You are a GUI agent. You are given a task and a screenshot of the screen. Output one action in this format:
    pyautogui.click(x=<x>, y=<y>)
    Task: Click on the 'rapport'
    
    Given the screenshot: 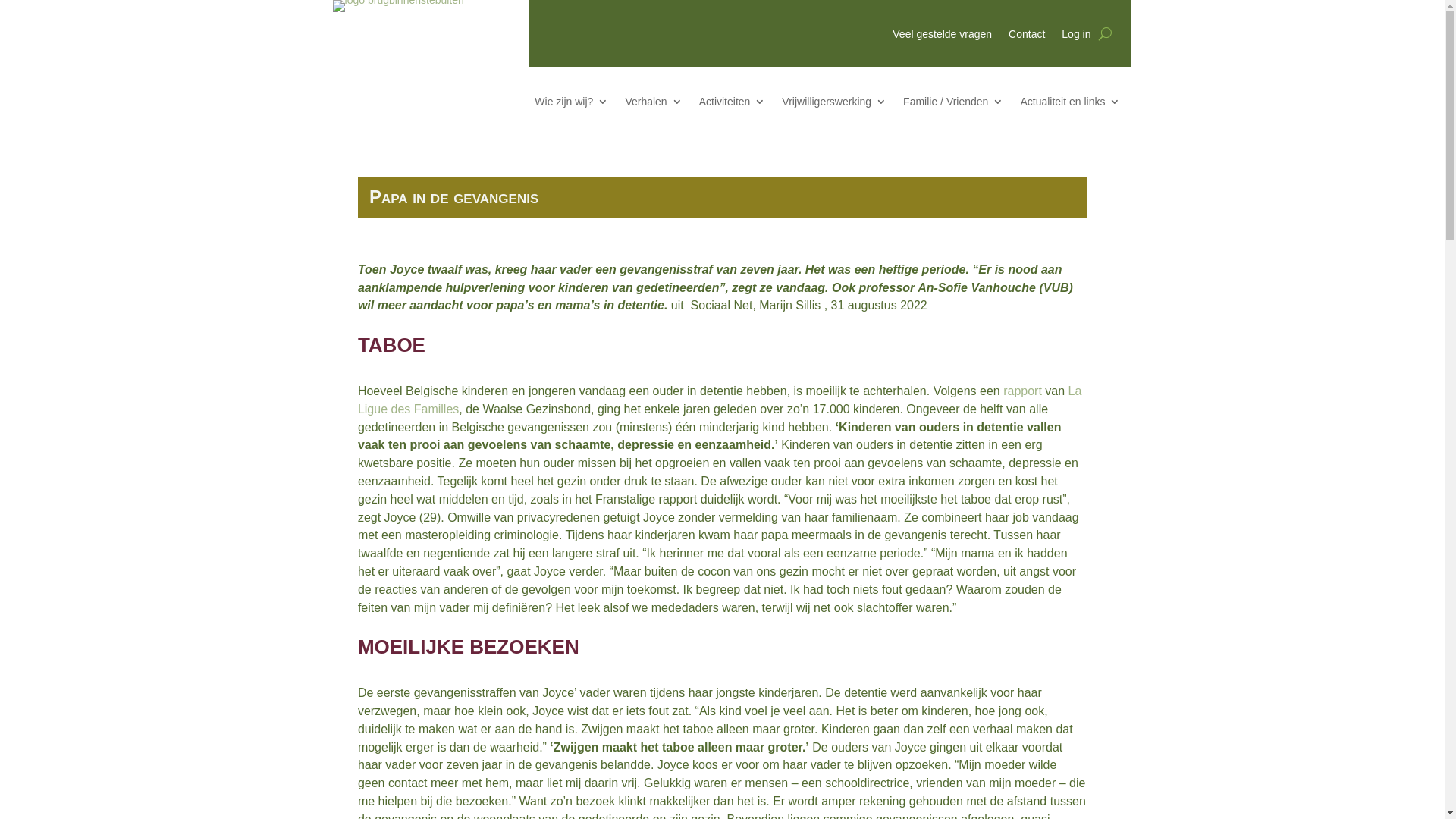 What is the action you would take?
    pyautogui.click(x=1022, y=390)
    